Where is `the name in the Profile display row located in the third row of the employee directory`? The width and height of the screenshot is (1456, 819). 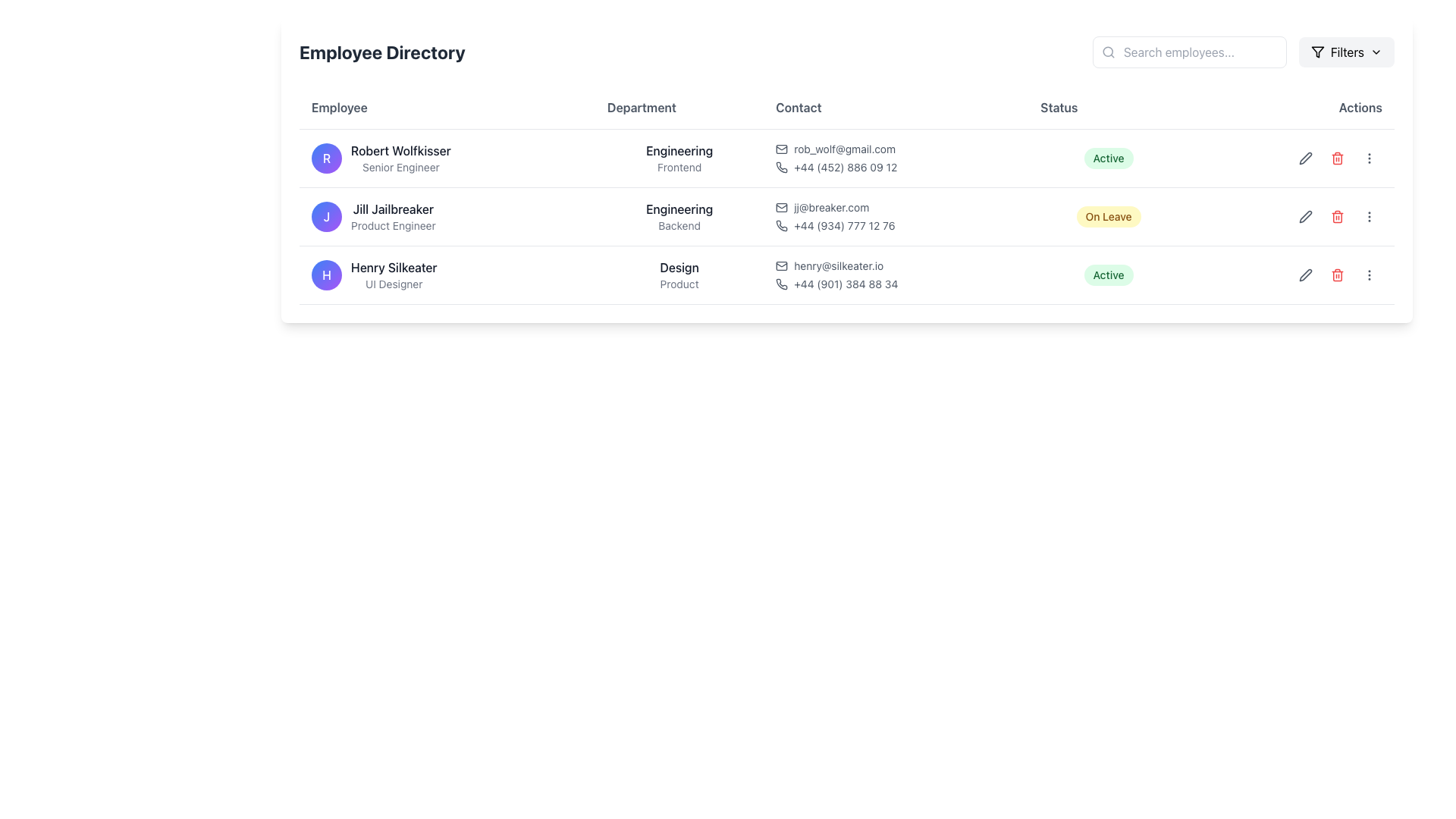 the name in the Profile display row located in the third row of the employee directory is located at coordinates (447, 275).